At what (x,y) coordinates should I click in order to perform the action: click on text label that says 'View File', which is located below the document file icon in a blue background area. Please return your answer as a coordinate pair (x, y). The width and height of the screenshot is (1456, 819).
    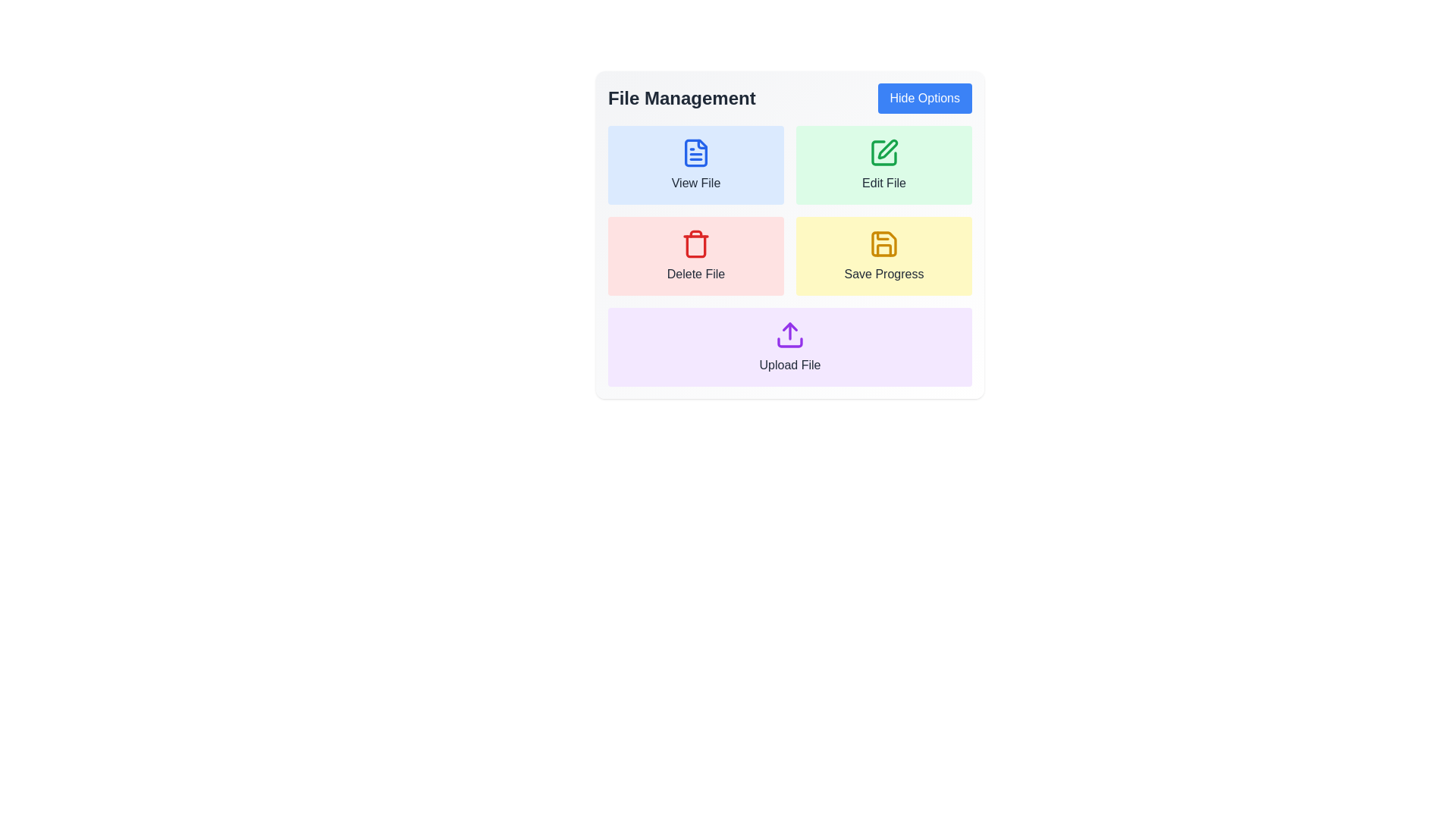
    Looking at the image, I should click on (695, 183).